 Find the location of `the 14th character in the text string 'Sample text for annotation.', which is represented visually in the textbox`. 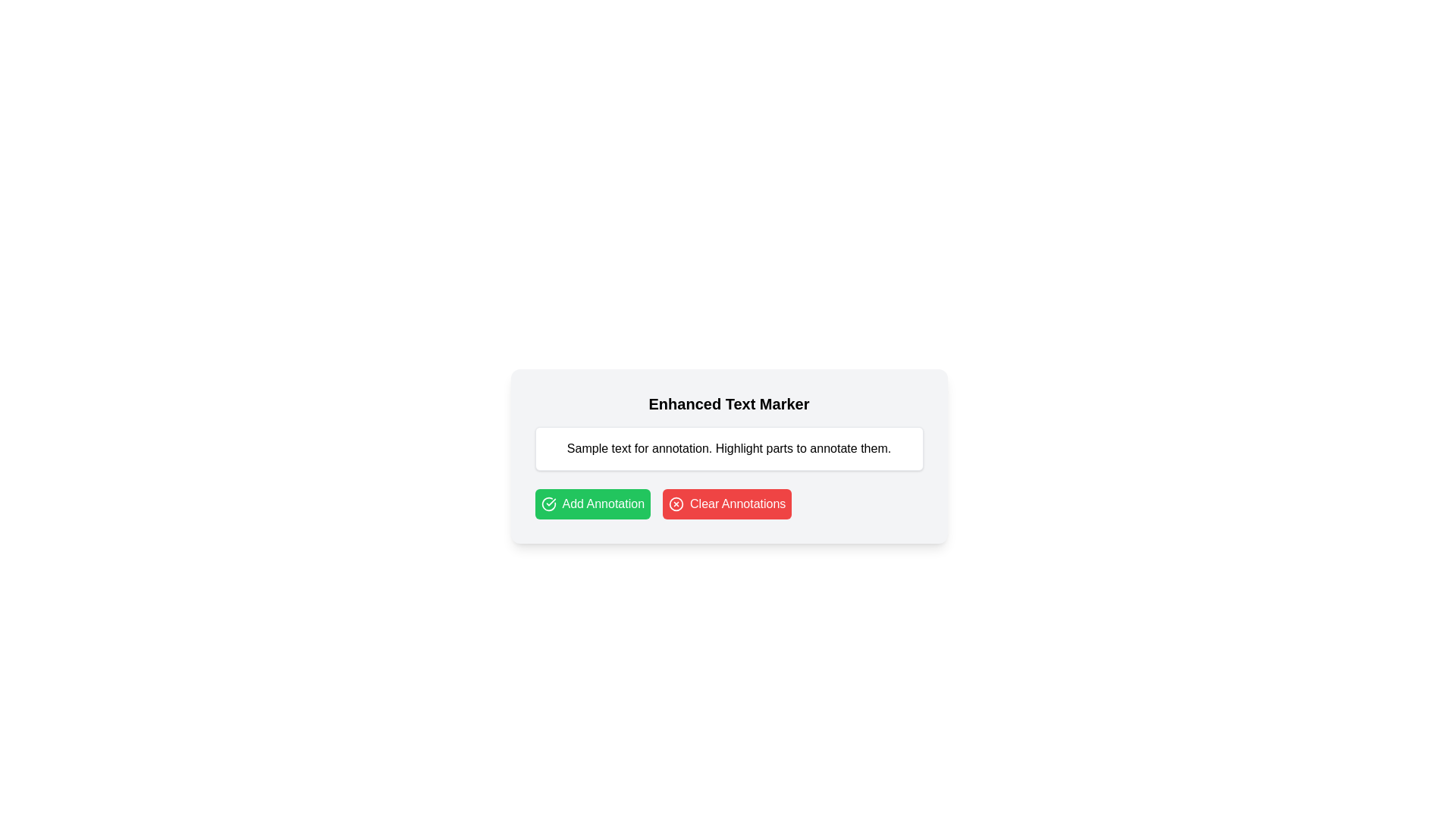

the 14th character in the text string 'Sample text for annotation.', which is represented visually in the textbox is located at coordinates (641, 447).